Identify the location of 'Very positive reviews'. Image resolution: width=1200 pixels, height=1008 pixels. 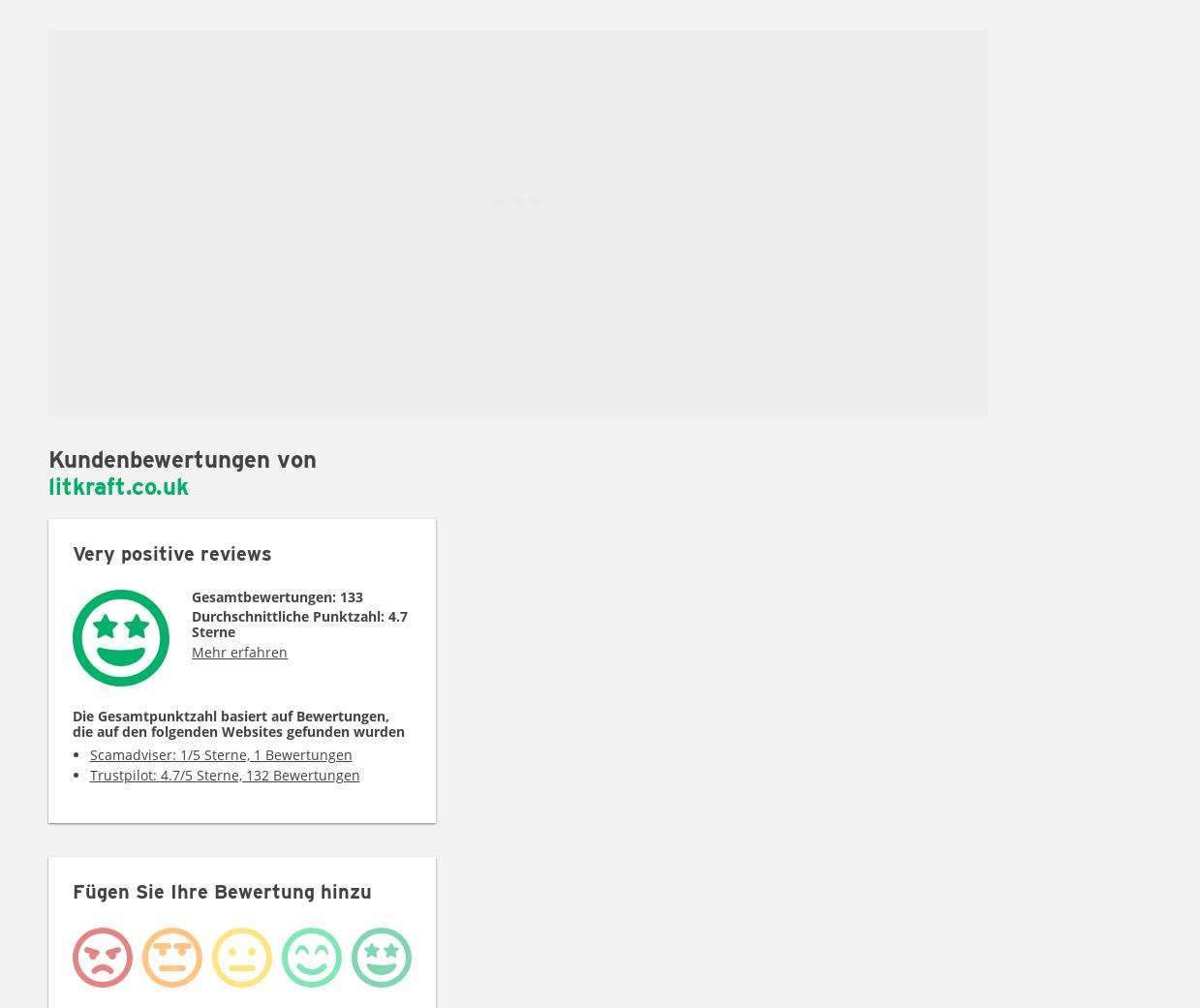
(171, 554).